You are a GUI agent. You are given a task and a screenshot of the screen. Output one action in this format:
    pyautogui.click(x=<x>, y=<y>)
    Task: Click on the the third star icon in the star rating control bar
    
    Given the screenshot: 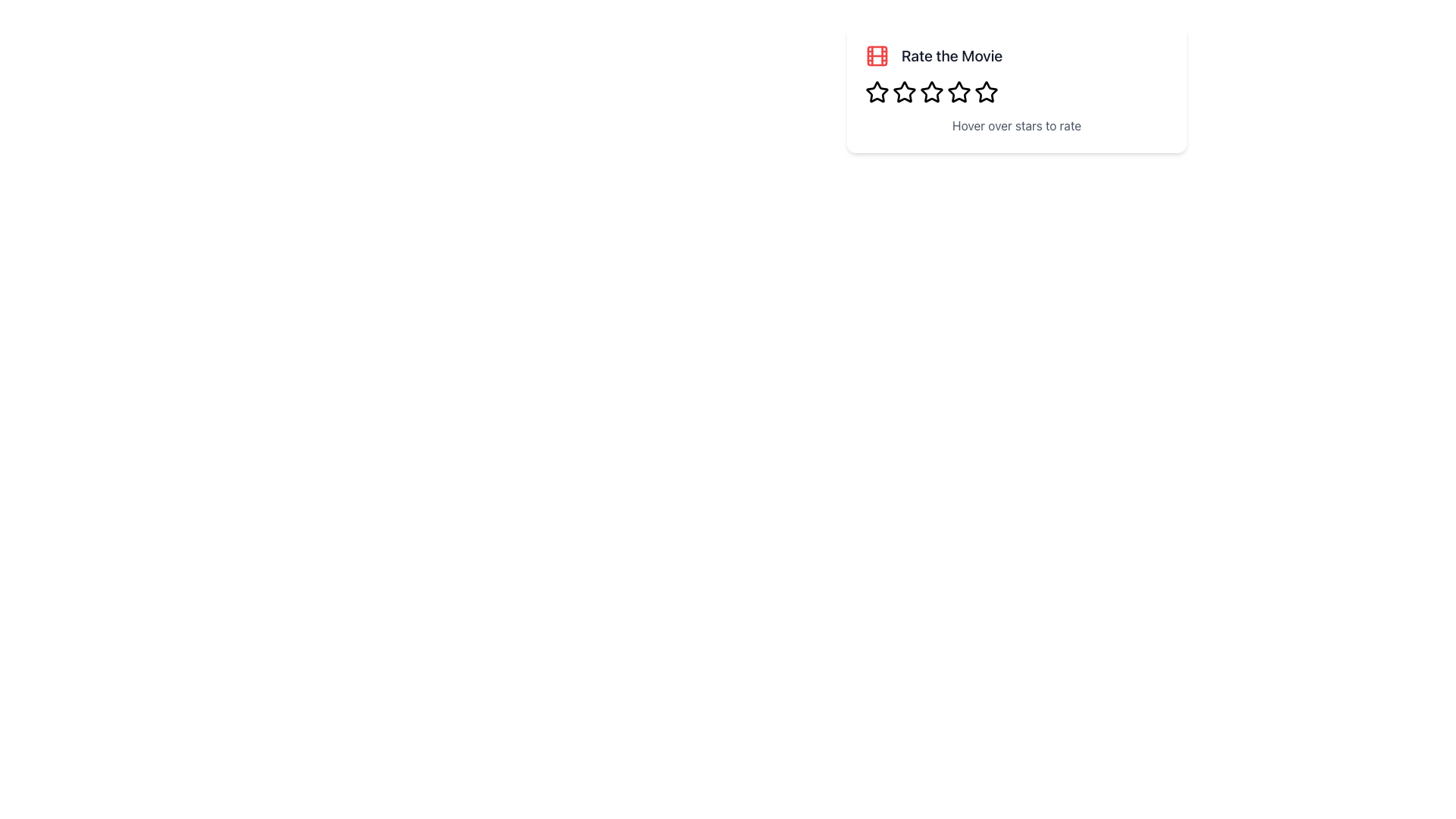 What is the action you would take?
    pyautogui.click(x=959, y=92)
    